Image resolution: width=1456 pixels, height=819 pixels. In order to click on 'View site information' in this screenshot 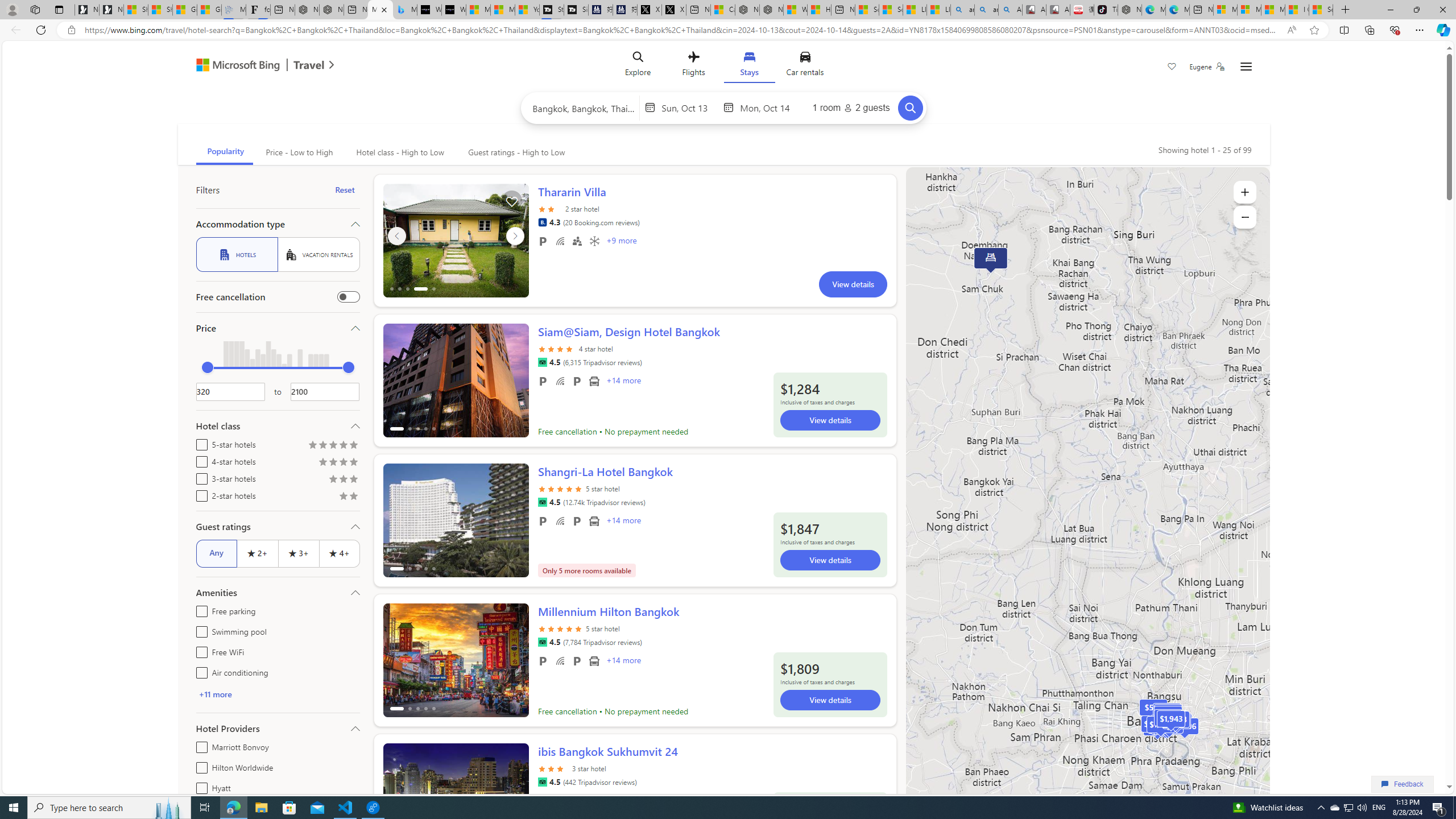, I will do `click(71, 30)`.